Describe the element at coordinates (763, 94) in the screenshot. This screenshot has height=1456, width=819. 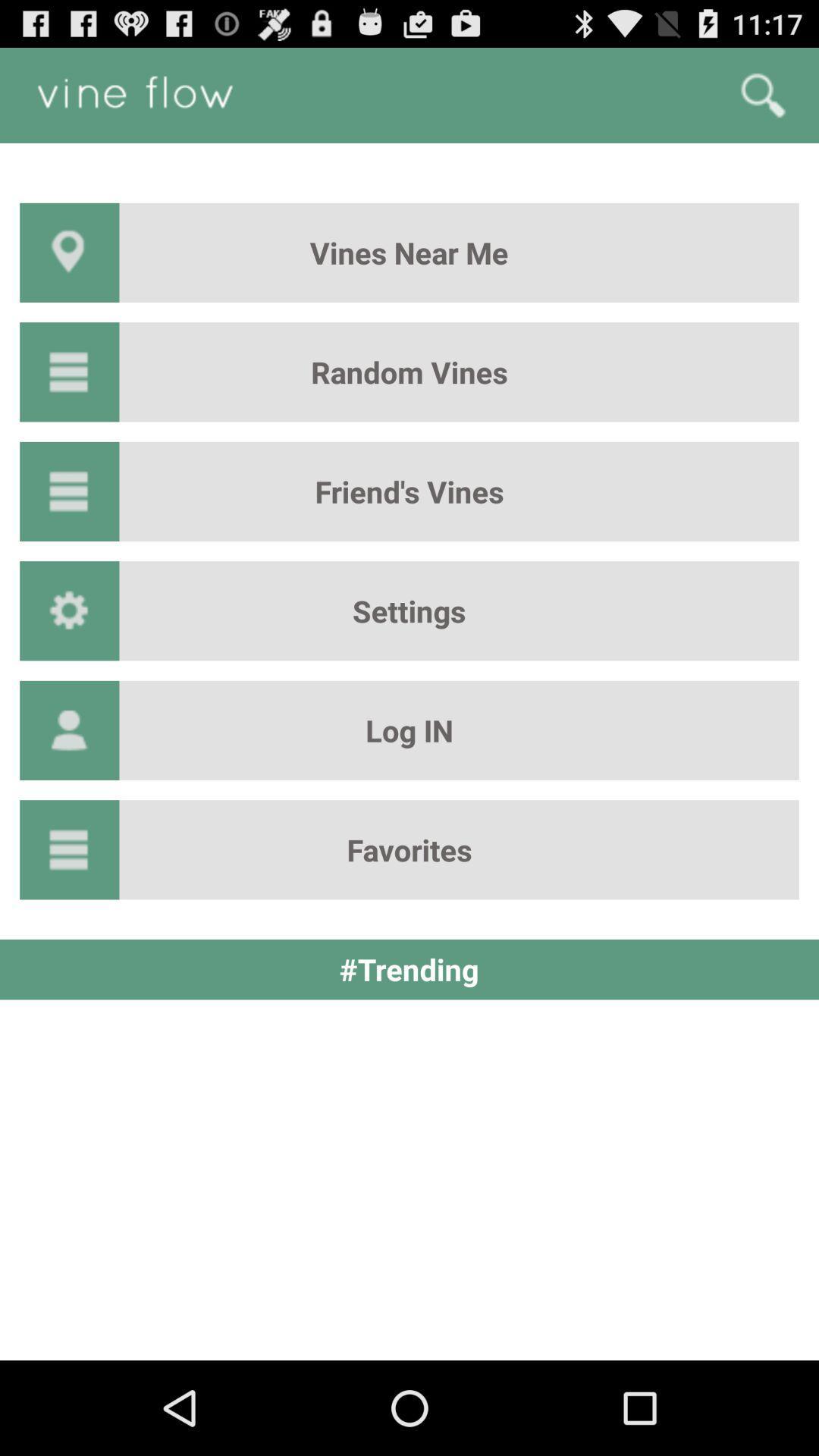
I see `the item at the top right corner` at that location.